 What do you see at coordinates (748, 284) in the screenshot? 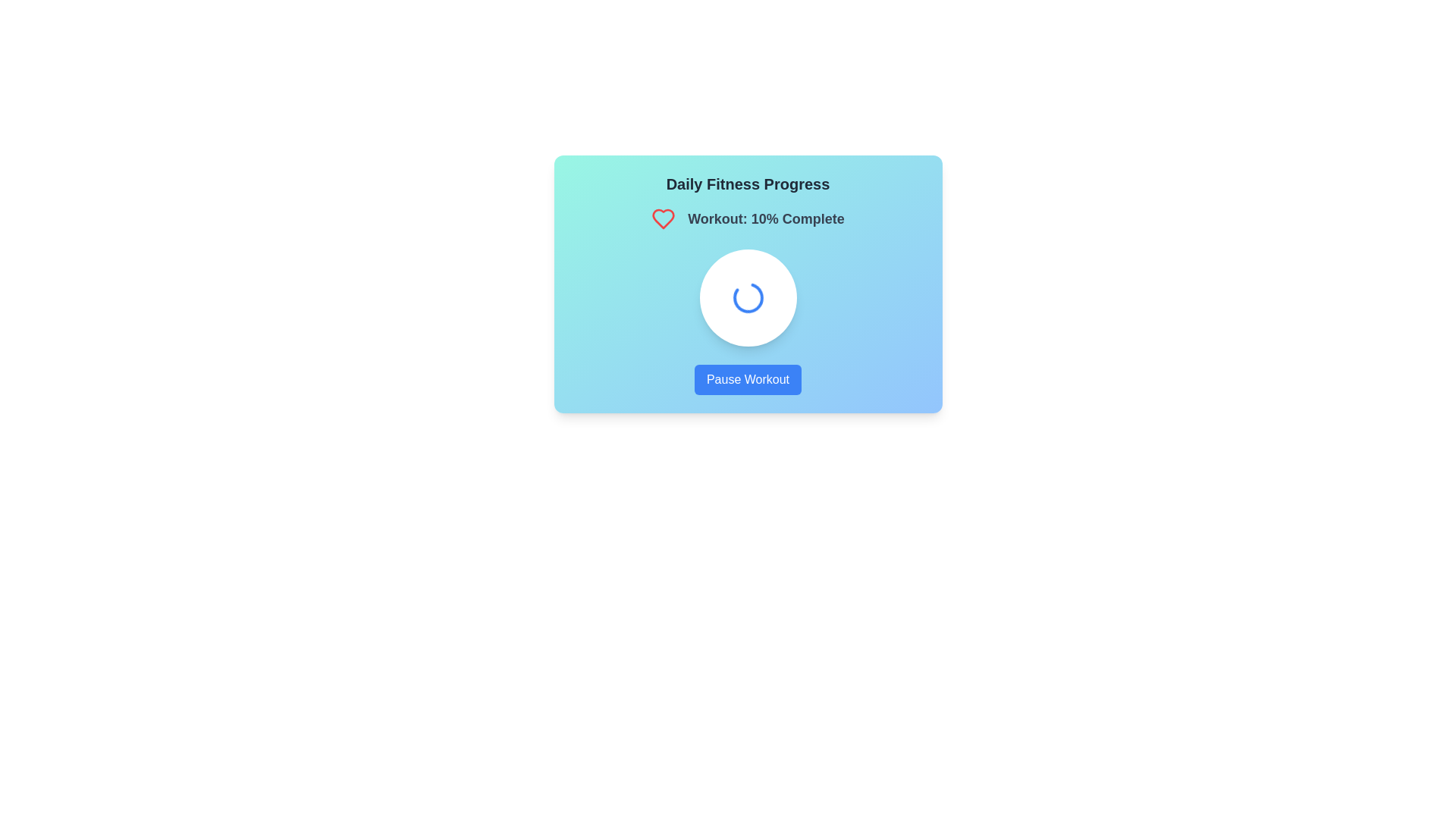
I see `the fitness progress summary card` at bounding box center [748, 284].